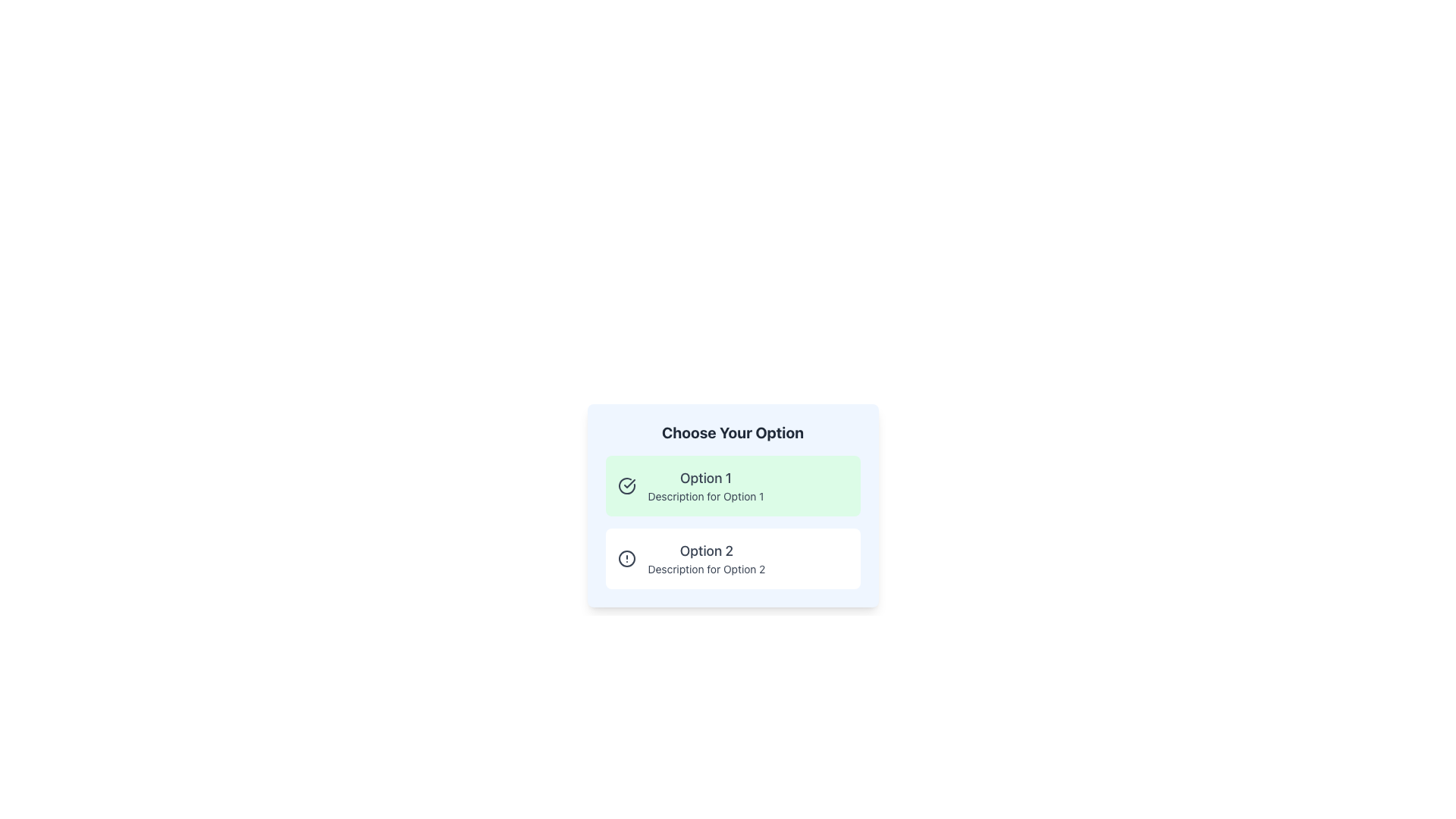  Describe the element at coordinates (705, 485) in the screenshot. I see `the text block labeled 'Option 1' with a description 'Description for Option 1', which is styled in grayish text color and is the first selectable option in the 'Choose Your Option' section` at that location.